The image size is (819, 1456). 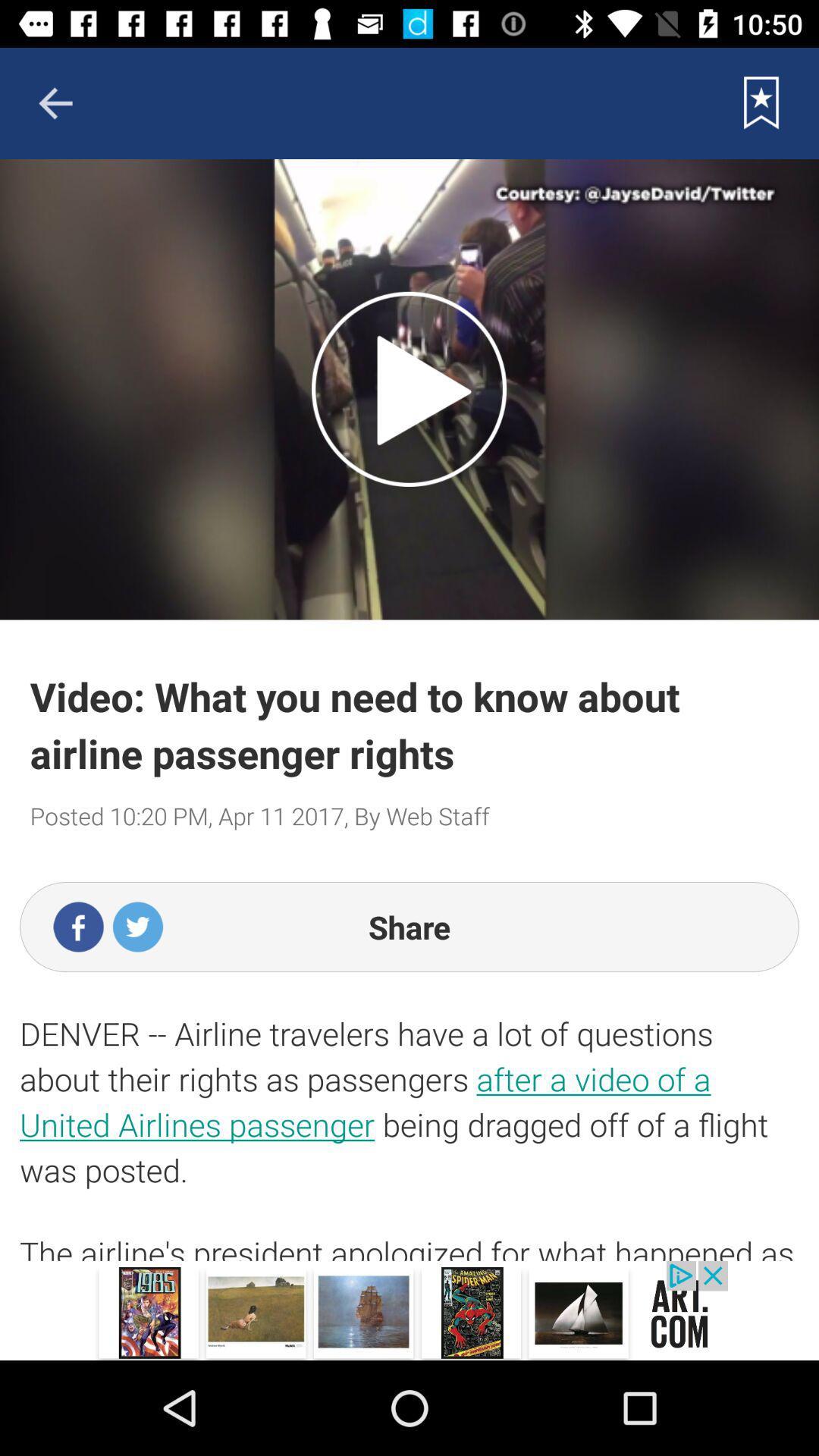 What do you see at coordinates (409, 1310) in the screenshot?
I see `advertisement sponsored` at bounding box center [409, 1310].